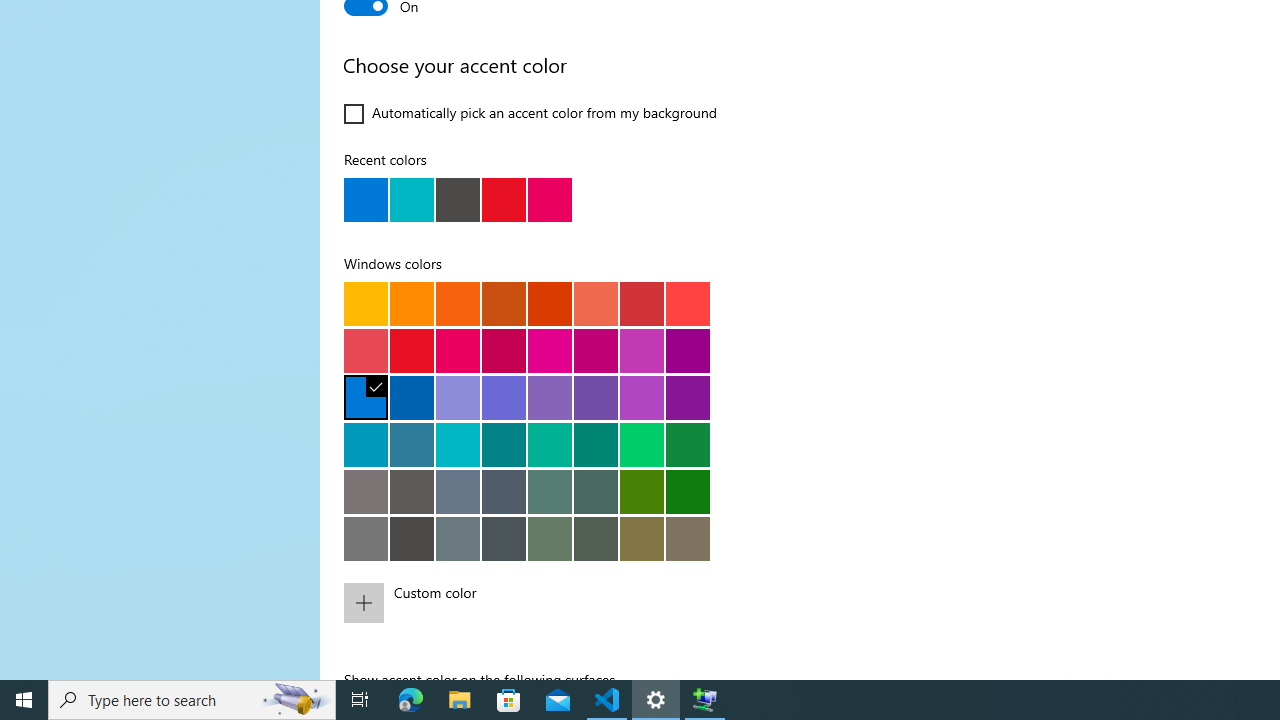 Image resolution: width=1280 pixels, height=720 pixels. What do you see at coordinates (594, 537) in the screenshot?
I see `'Sage'` at bounding box center [594, 537].